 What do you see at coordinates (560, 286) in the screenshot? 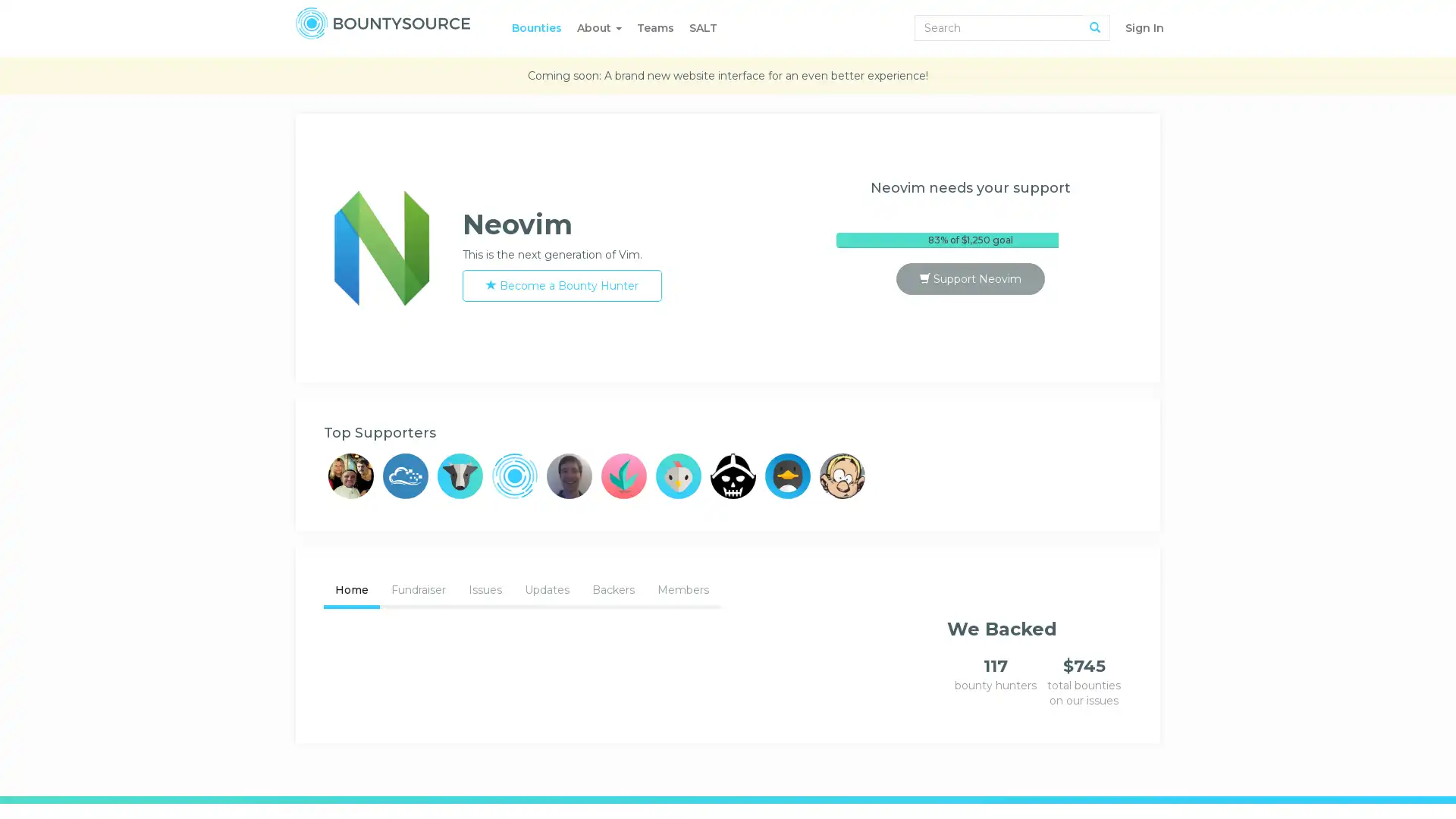
I see `Become a Bounty Hunter` at bounding box center [560, 286].